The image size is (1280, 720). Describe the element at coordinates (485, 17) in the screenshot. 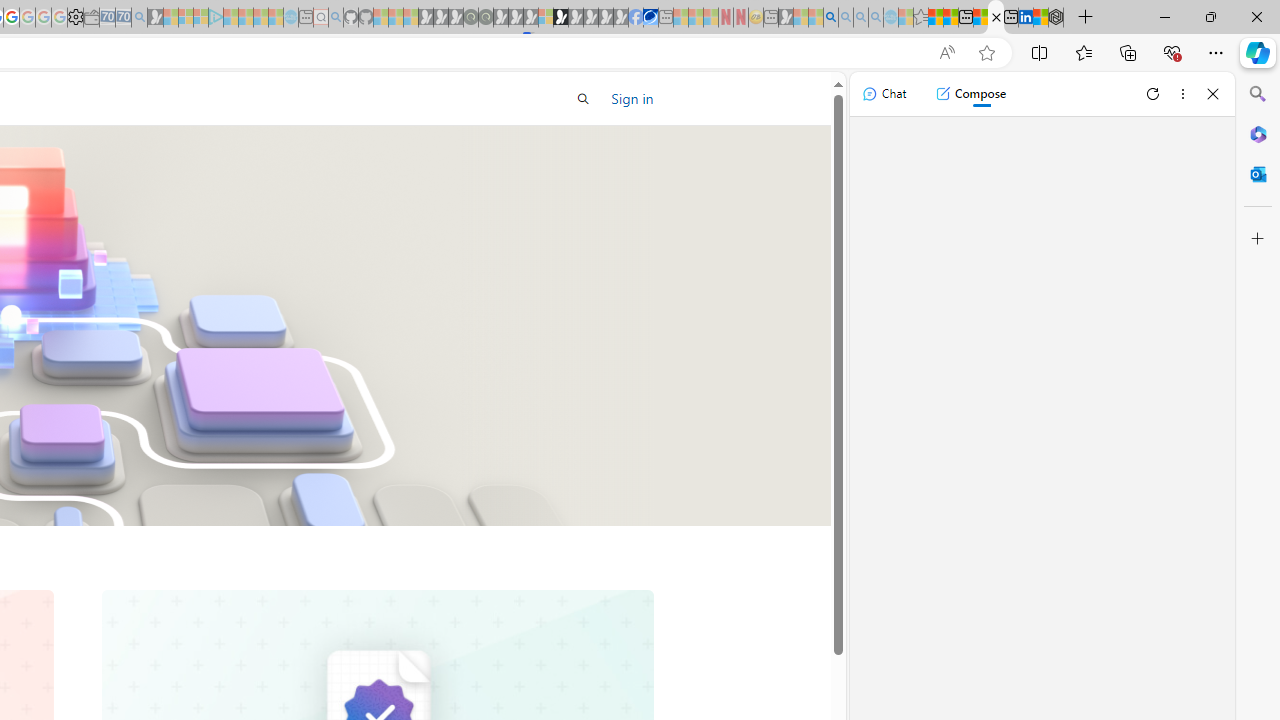

I see `'Future Focus Report 2024 - Sleeping'` at that location.